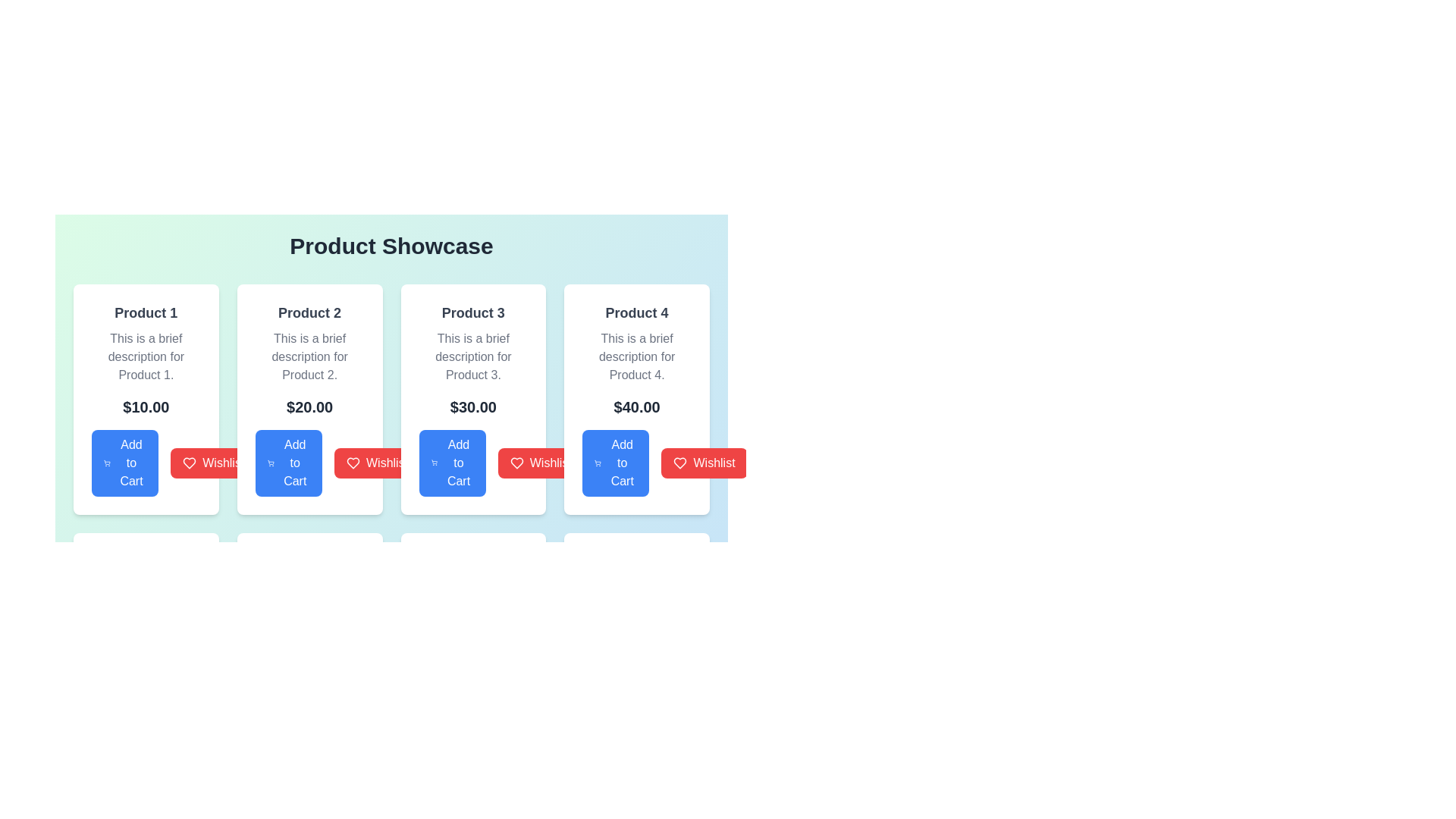 This screenshot has width=1456, height=819. I want to click on the button that contains the text label indicating the purpose of adding a product to the shopping cart, located below the third product card in a horizontal list, so click(457, 462).